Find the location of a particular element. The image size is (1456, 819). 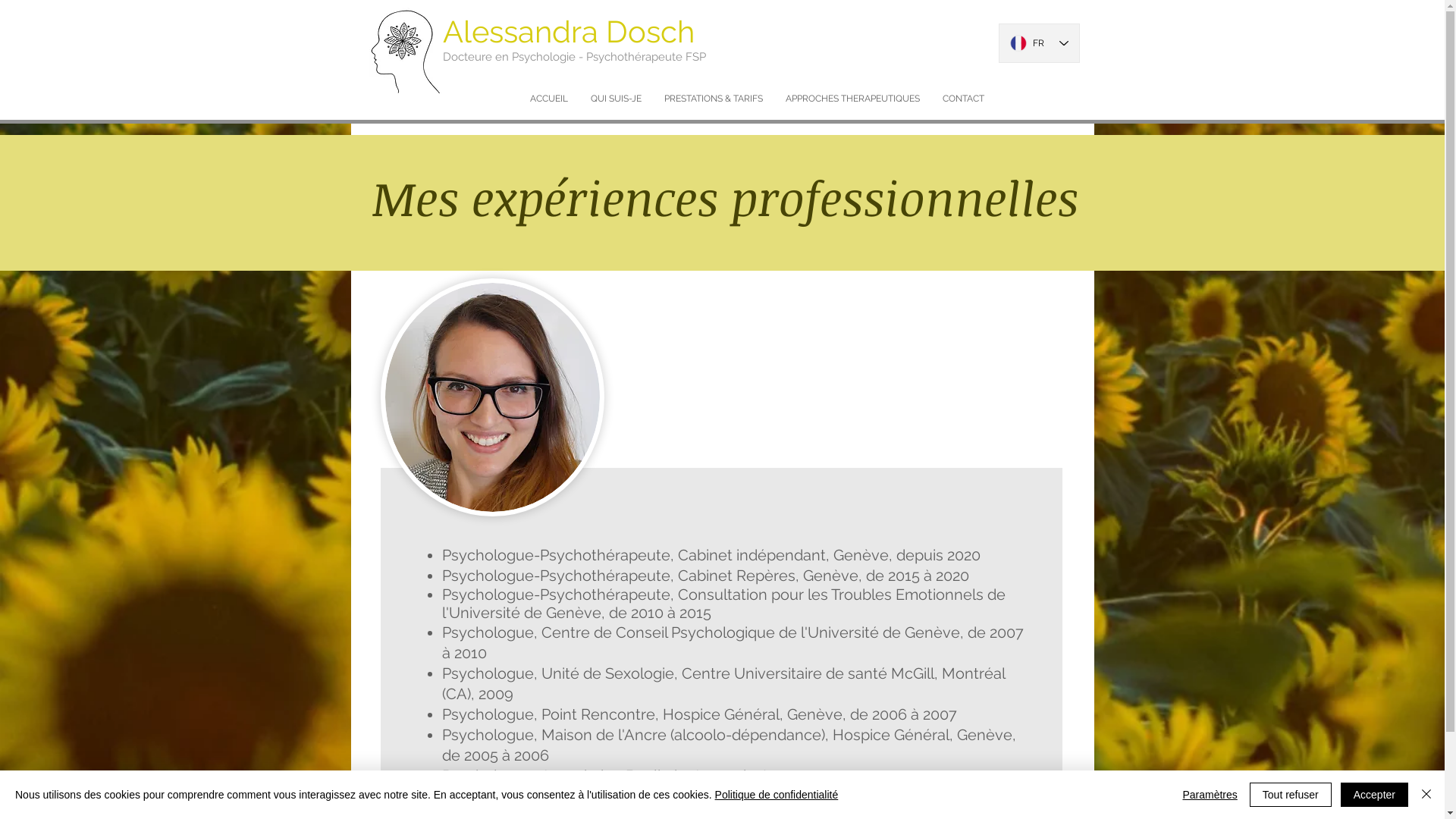

'APPROCHES THERAPEUTIQUES' is located at coordinates (852, 99).